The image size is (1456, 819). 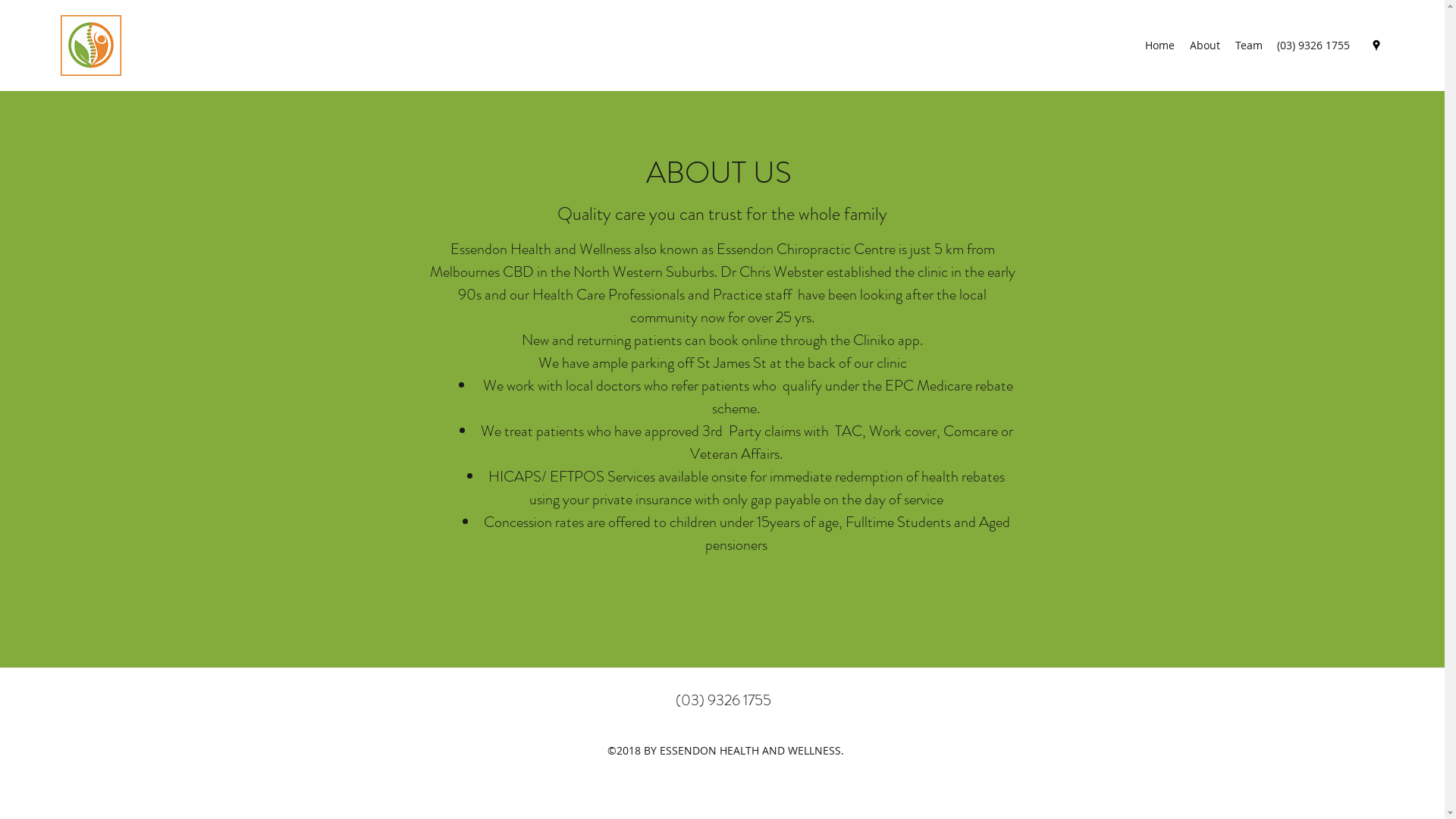 I want to click on 'About', so click(x=1203, y=45).